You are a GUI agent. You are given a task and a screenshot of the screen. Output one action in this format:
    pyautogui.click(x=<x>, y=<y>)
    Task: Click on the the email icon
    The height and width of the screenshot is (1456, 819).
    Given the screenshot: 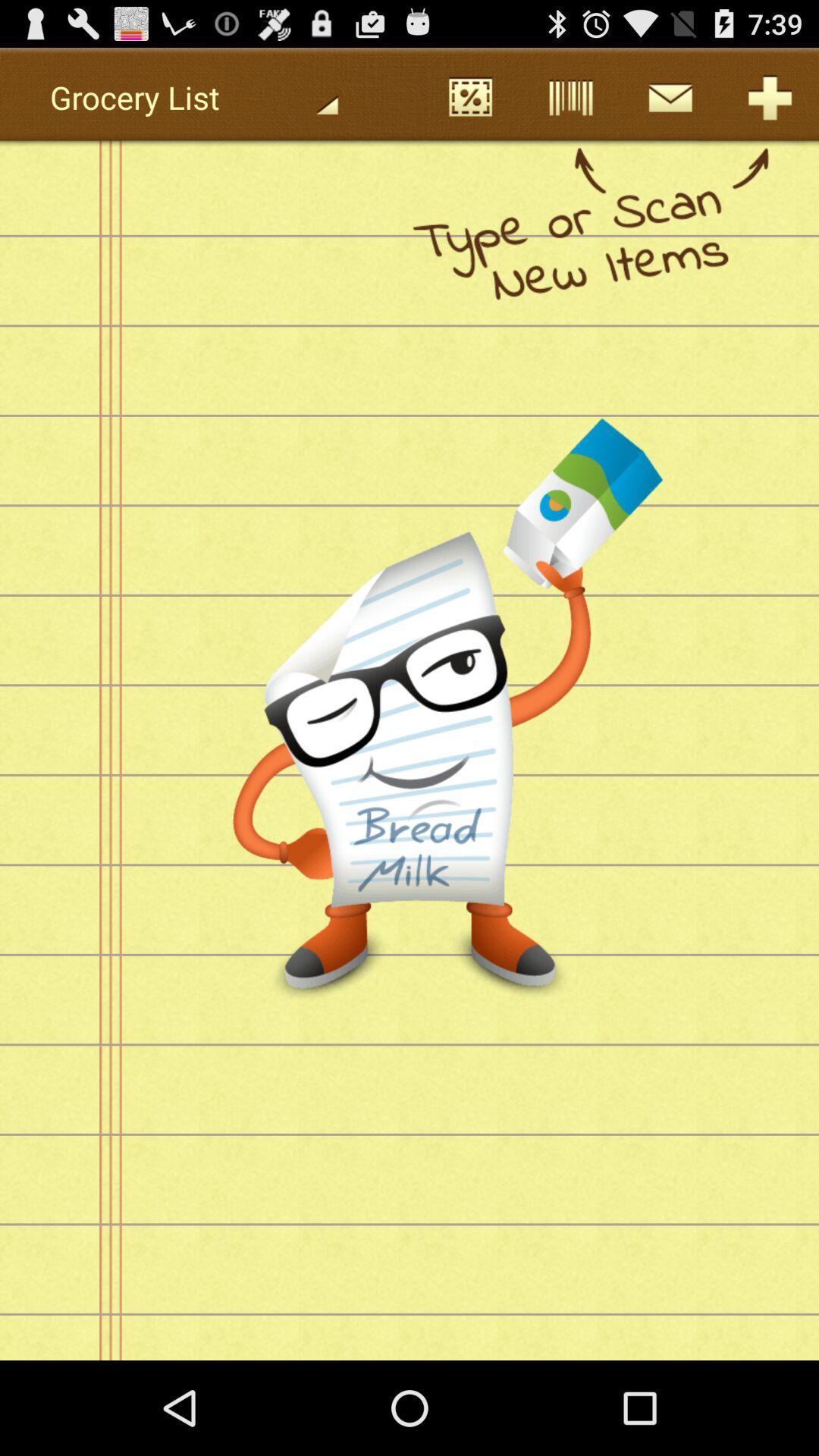 What is the action you would take?
    pyautogui.click(x=669, y=103)
    